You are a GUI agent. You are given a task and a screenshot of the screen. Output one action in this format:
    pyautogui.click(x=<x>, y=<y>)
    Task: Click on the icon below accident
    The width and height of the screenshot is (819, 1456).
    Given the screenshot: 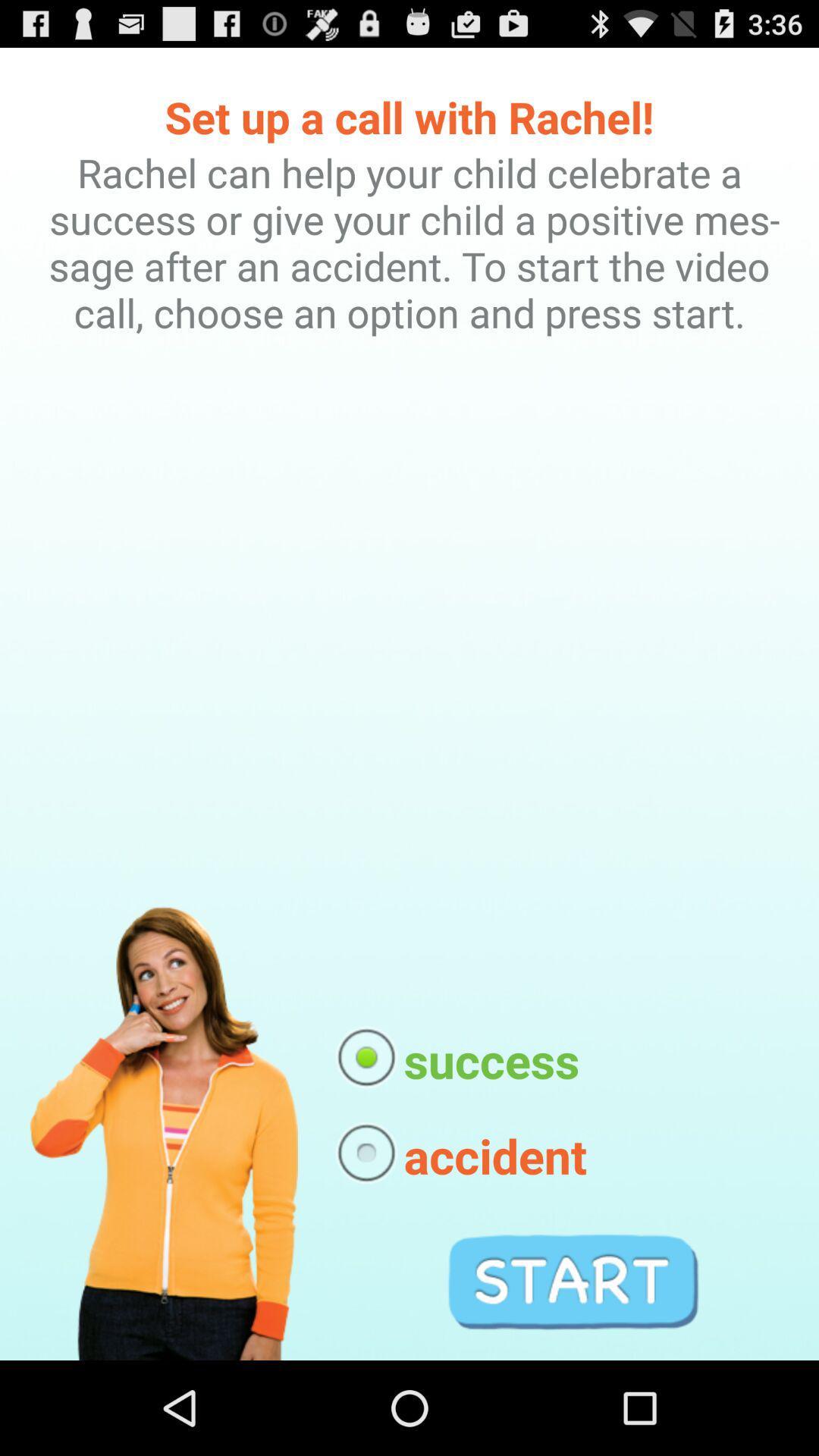 What is the action you would take?
    pyautogui.click(x=573, y=1281)
    